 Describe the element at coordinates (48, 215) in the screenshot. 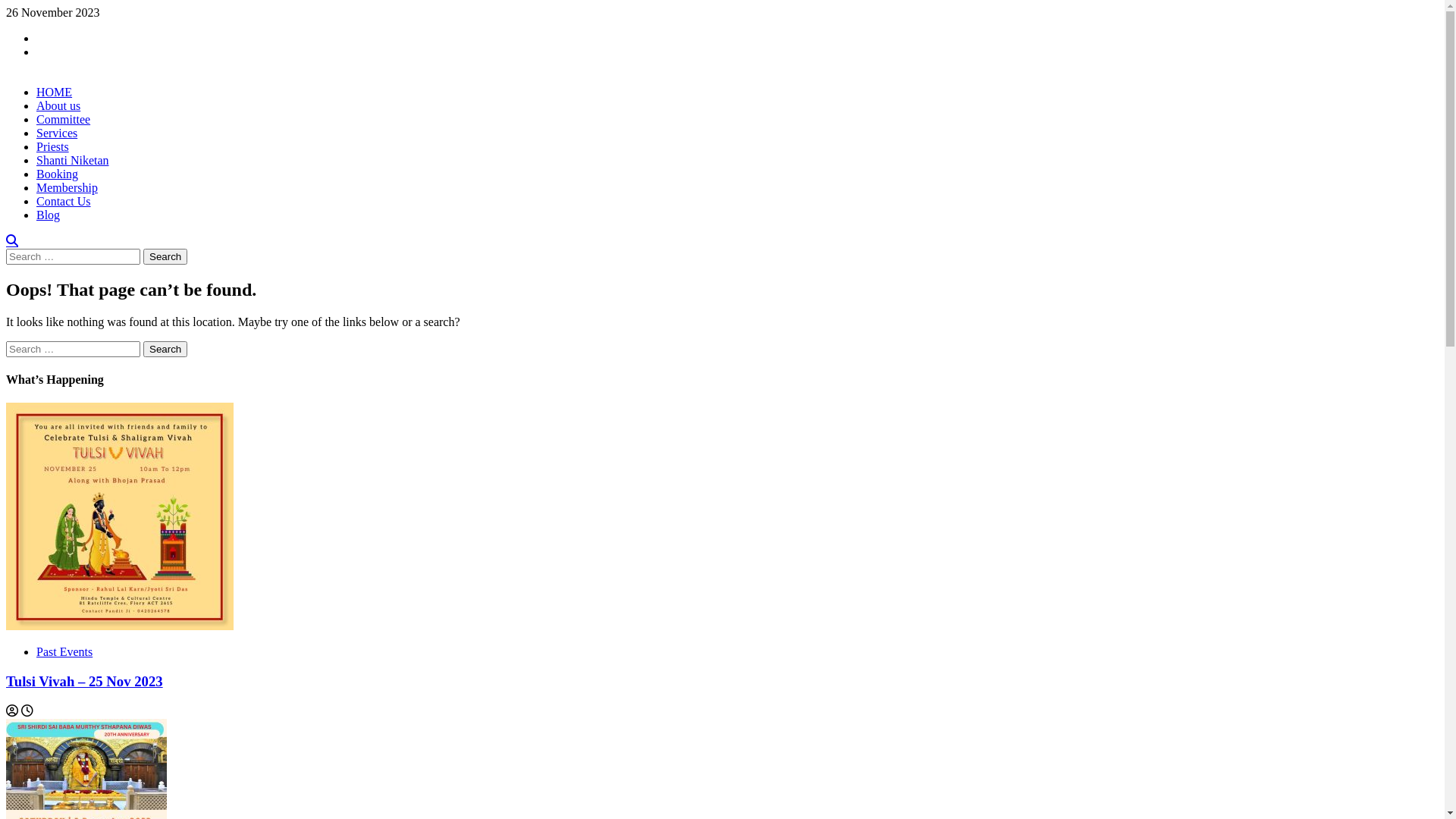

I see `'Blog'` at that location.